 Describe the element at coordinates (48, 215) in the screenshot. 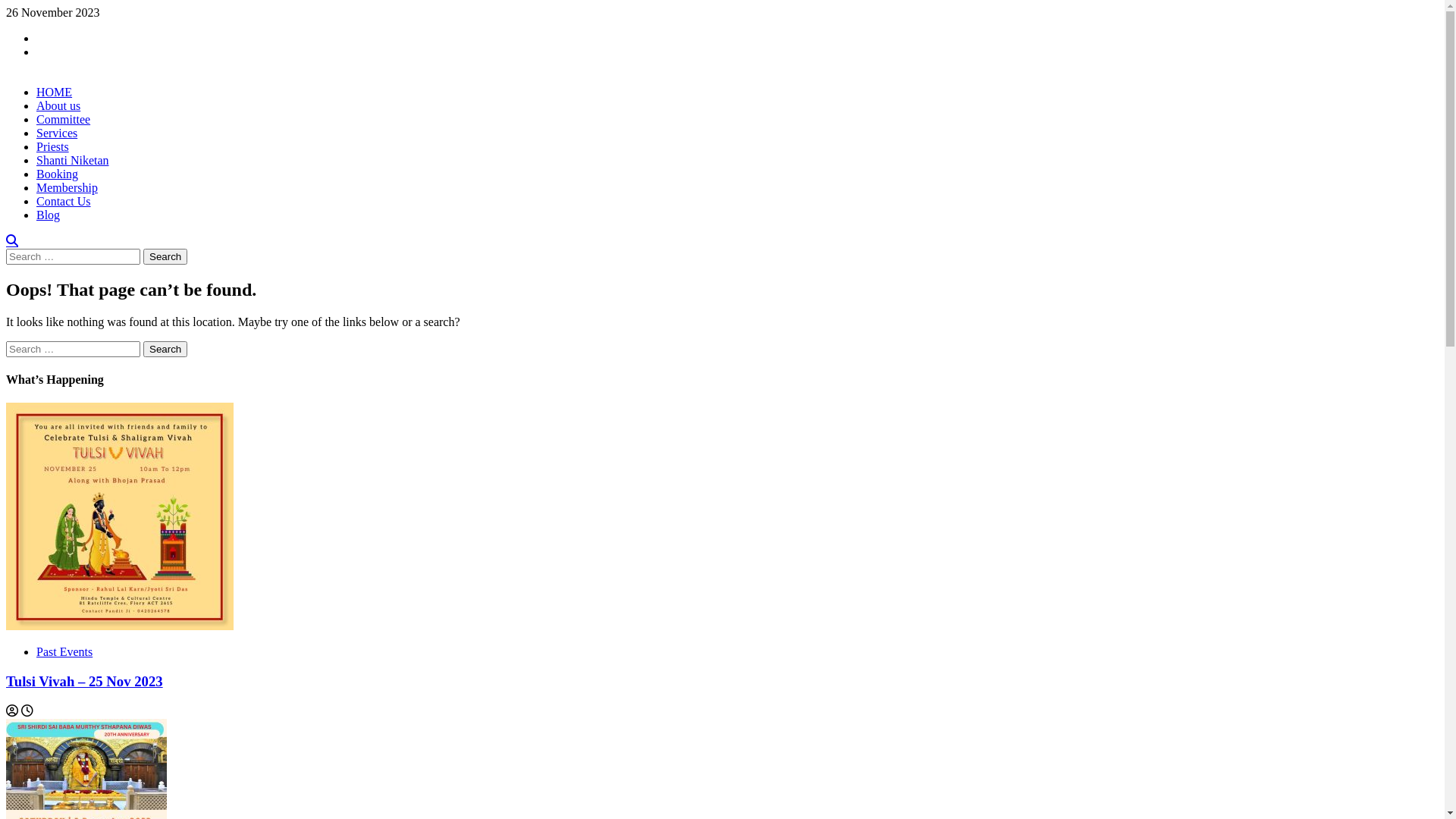

I see `'Blog'` at that location.